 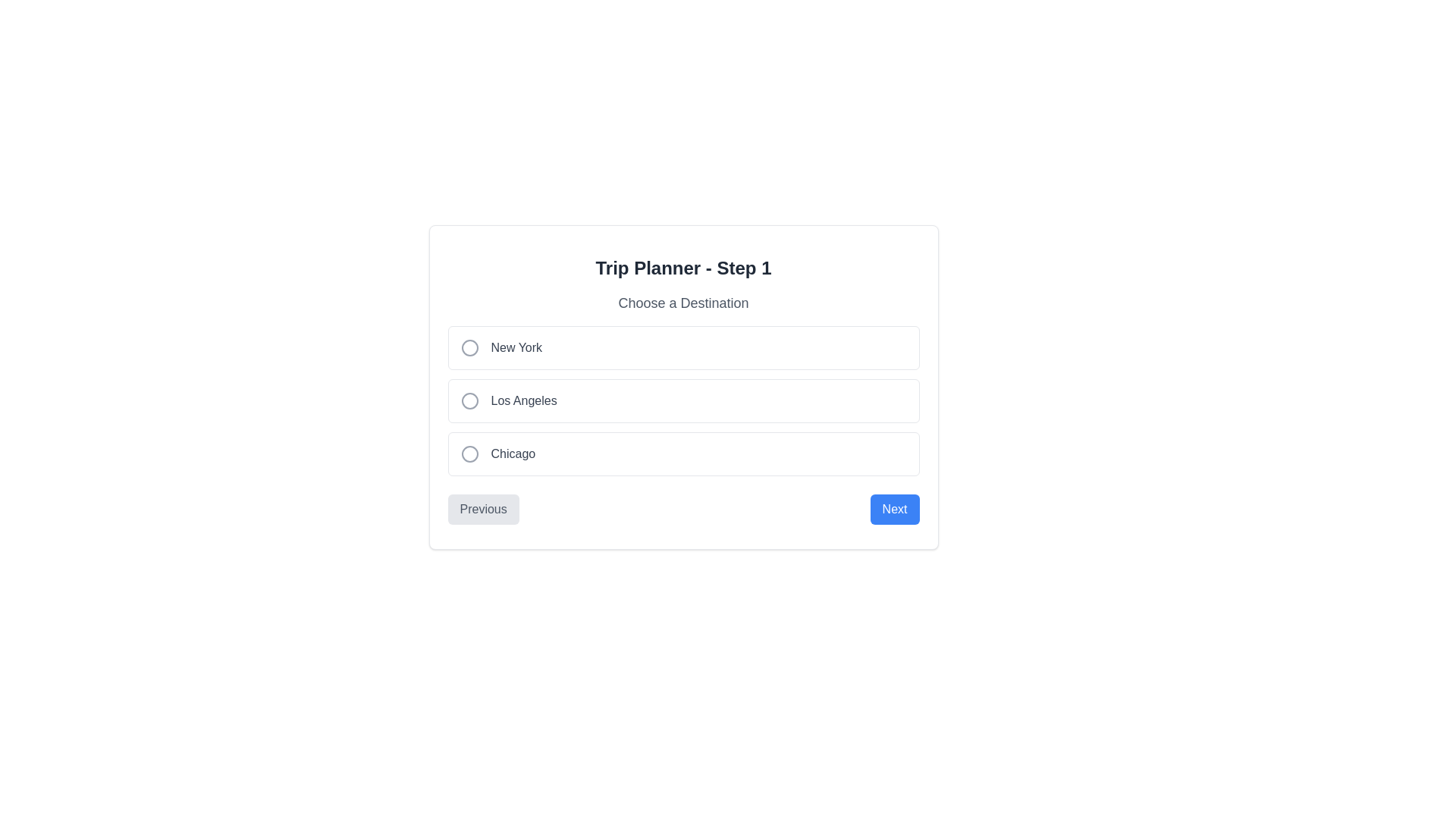 What do you see at coordinates (682, 400) in the screenshot?
I see `the 'Los Angeles' radio button option` at bounding box center [682, 400].